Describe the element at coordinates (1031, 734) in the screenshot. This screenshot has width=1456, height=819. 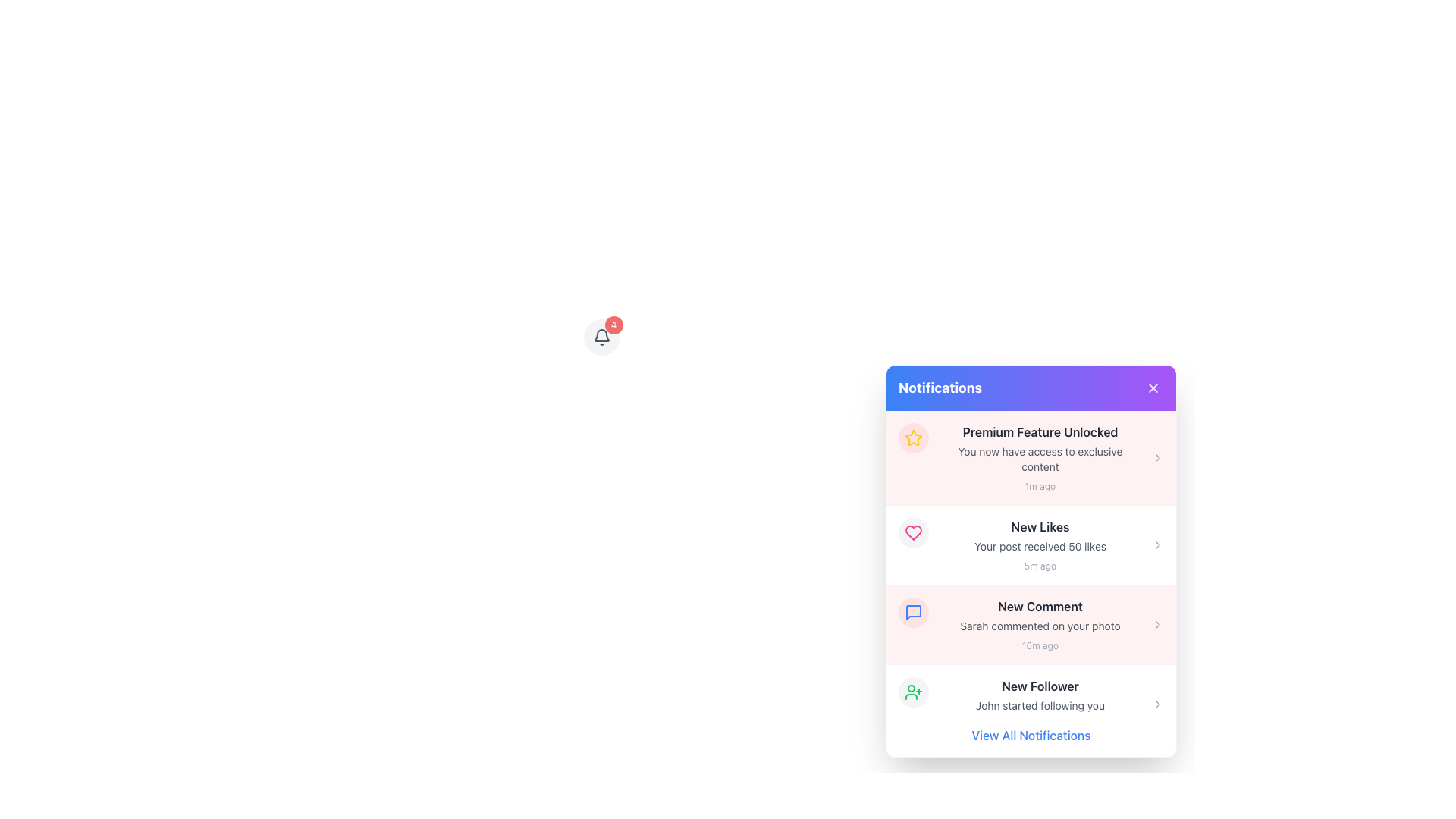
I see `the 'View All Notifications' button, which is a text-based button with blue text on a white background, located at the bottom of the notification panel` at that location.